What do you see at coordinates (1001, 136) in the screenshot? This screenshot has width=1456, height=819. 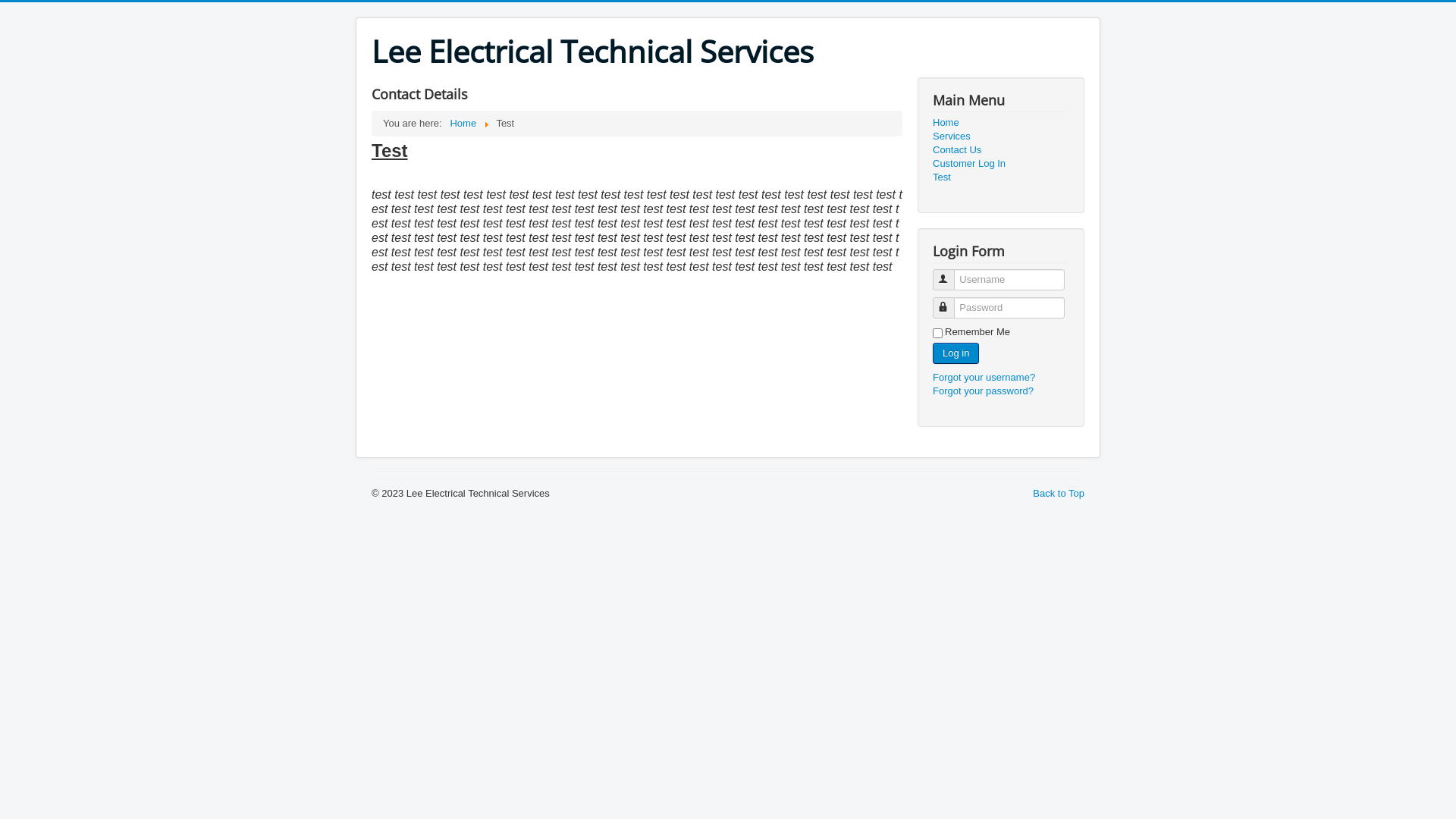 I see `'Services'` at bounding box center [1001, 136].